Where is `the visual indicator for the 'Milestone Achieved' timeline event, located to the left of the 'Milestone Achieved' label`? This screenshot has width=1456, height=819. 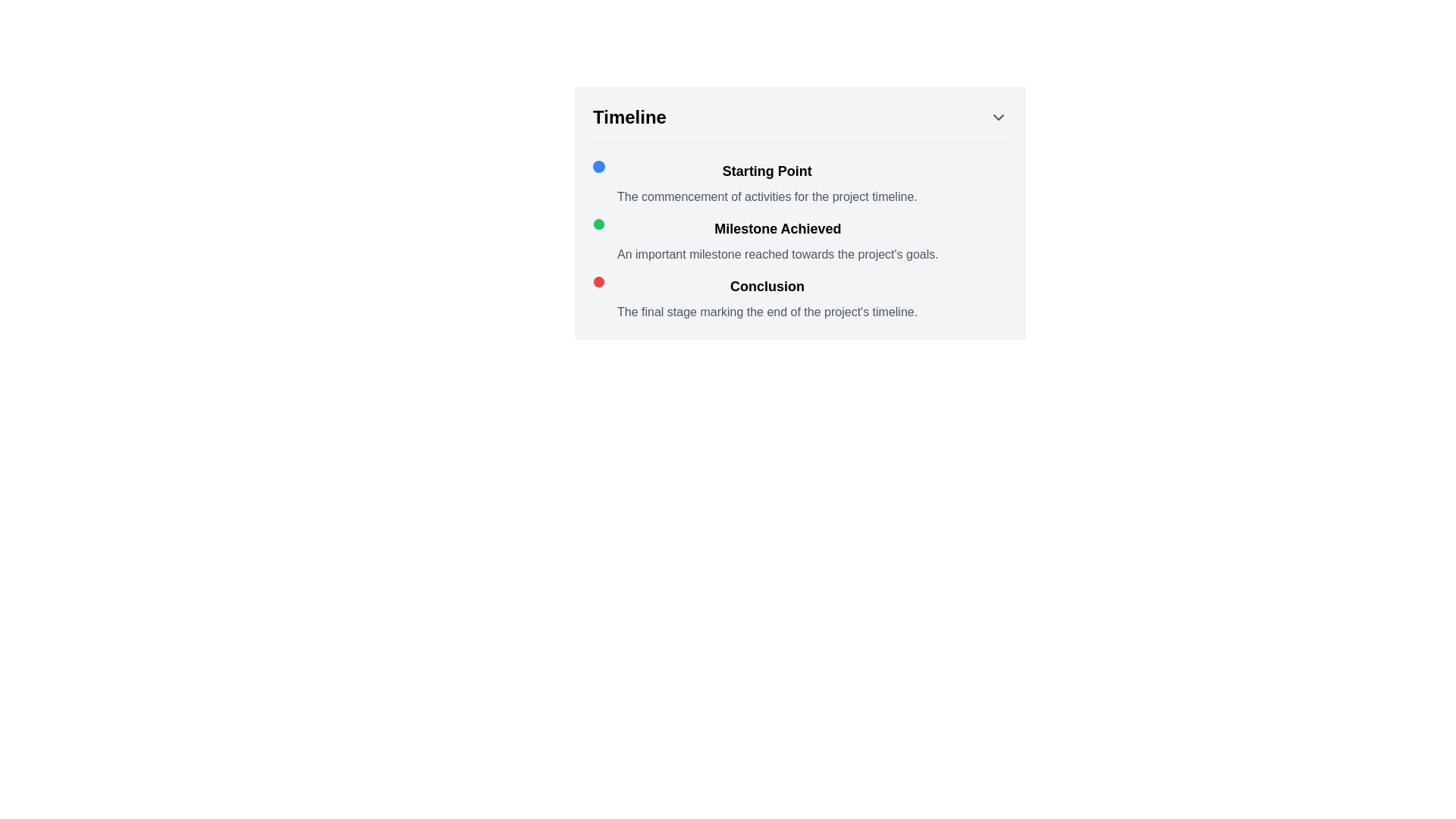 the visual indicator for the 'Milestone Achieved' timeline event, located to the left of the 'Milestone Achieved' label is located at coordinates (598, 224).